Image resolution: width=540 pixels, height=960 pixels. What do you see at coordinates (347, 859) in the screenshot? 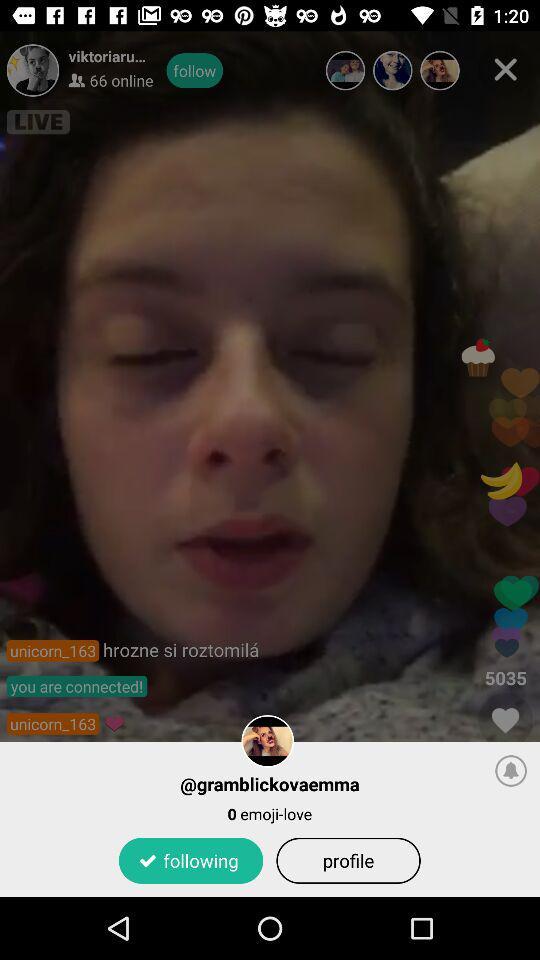
I see `the app to the right of following item` at bounding box center [347, 859].